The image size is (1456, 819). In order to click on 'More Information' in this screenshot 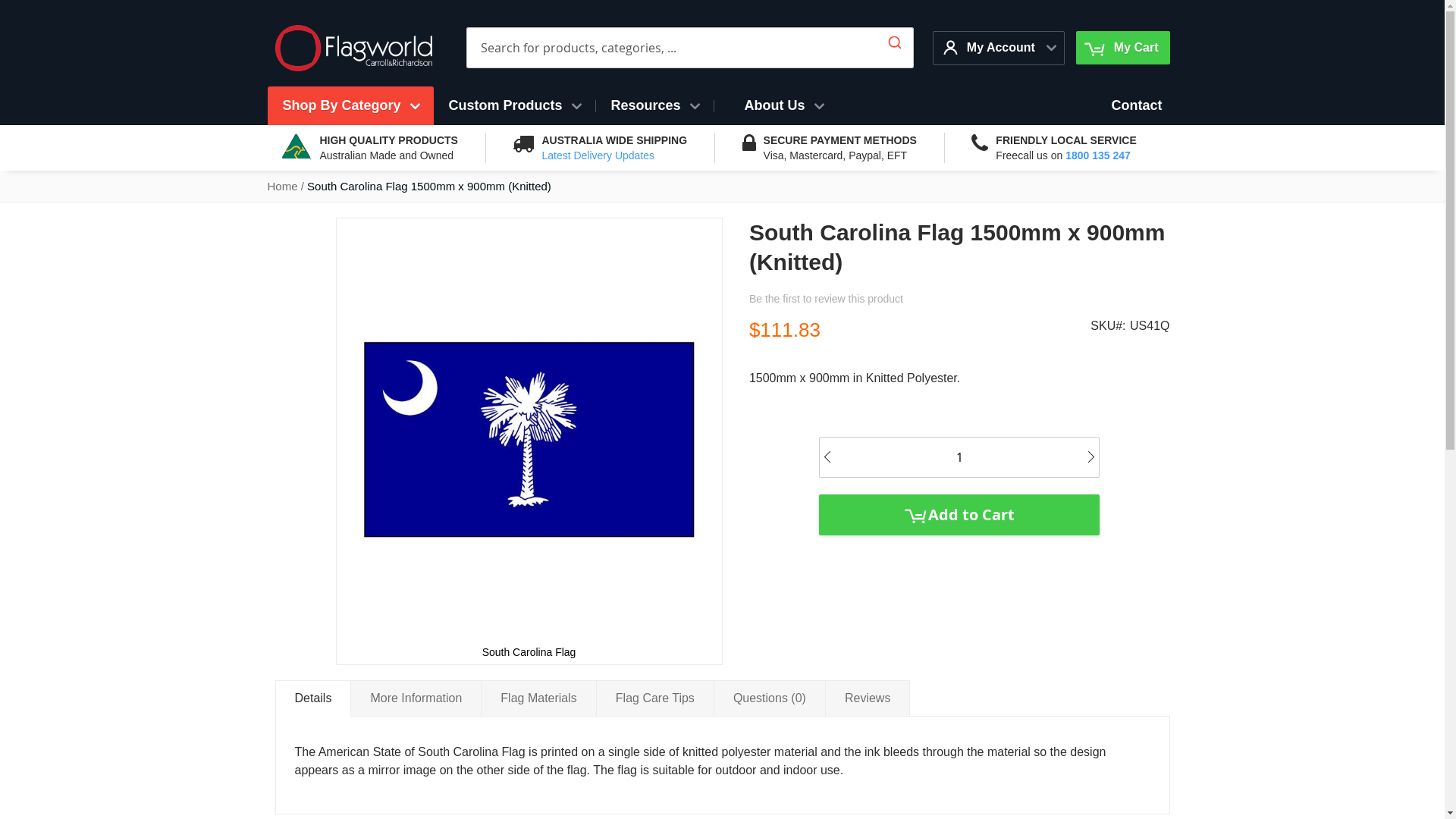, I will do `click(416, 698)`.